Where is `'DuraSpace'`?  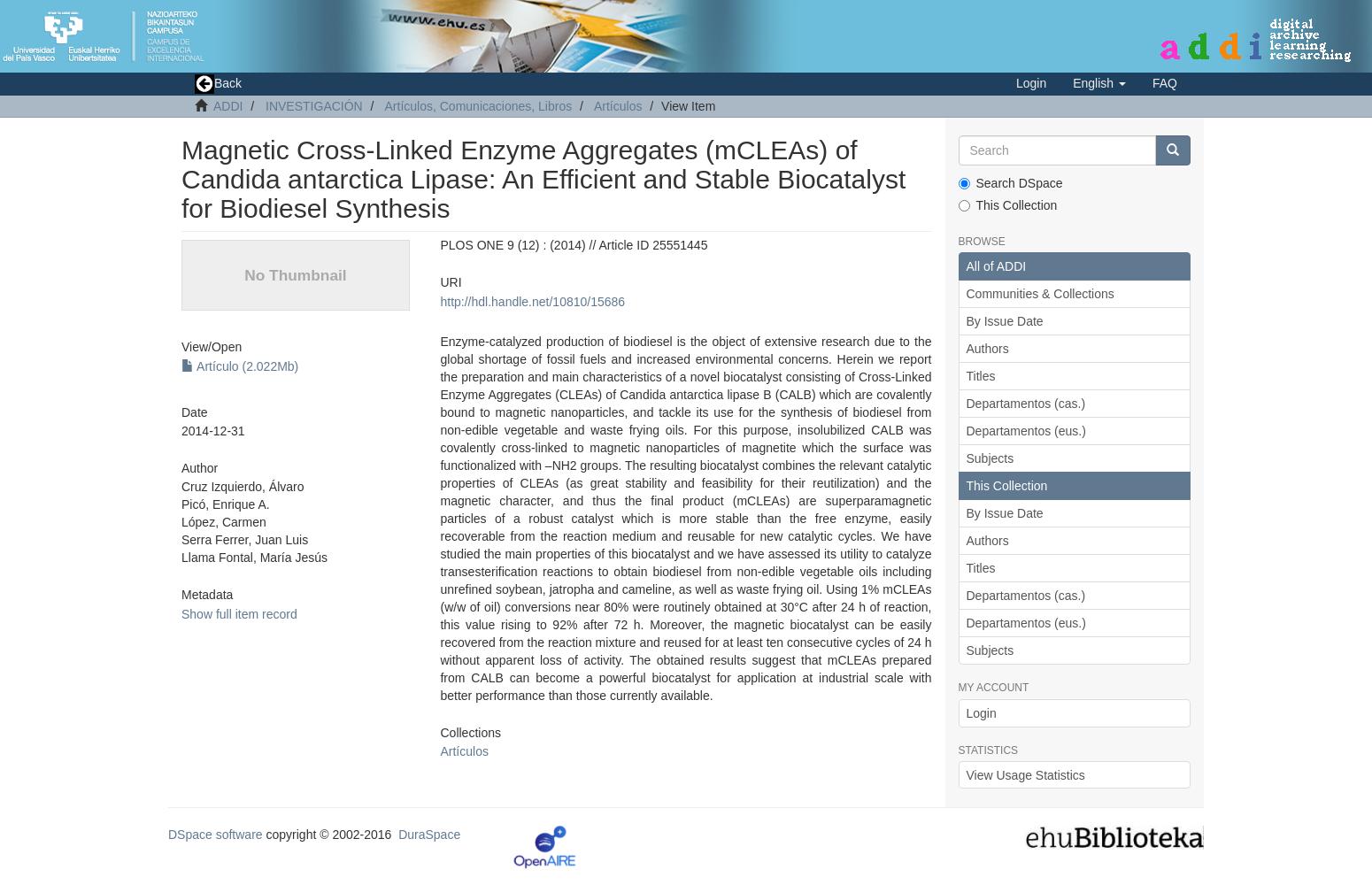
'DuraSpace' is located at coordinates (428, 833).